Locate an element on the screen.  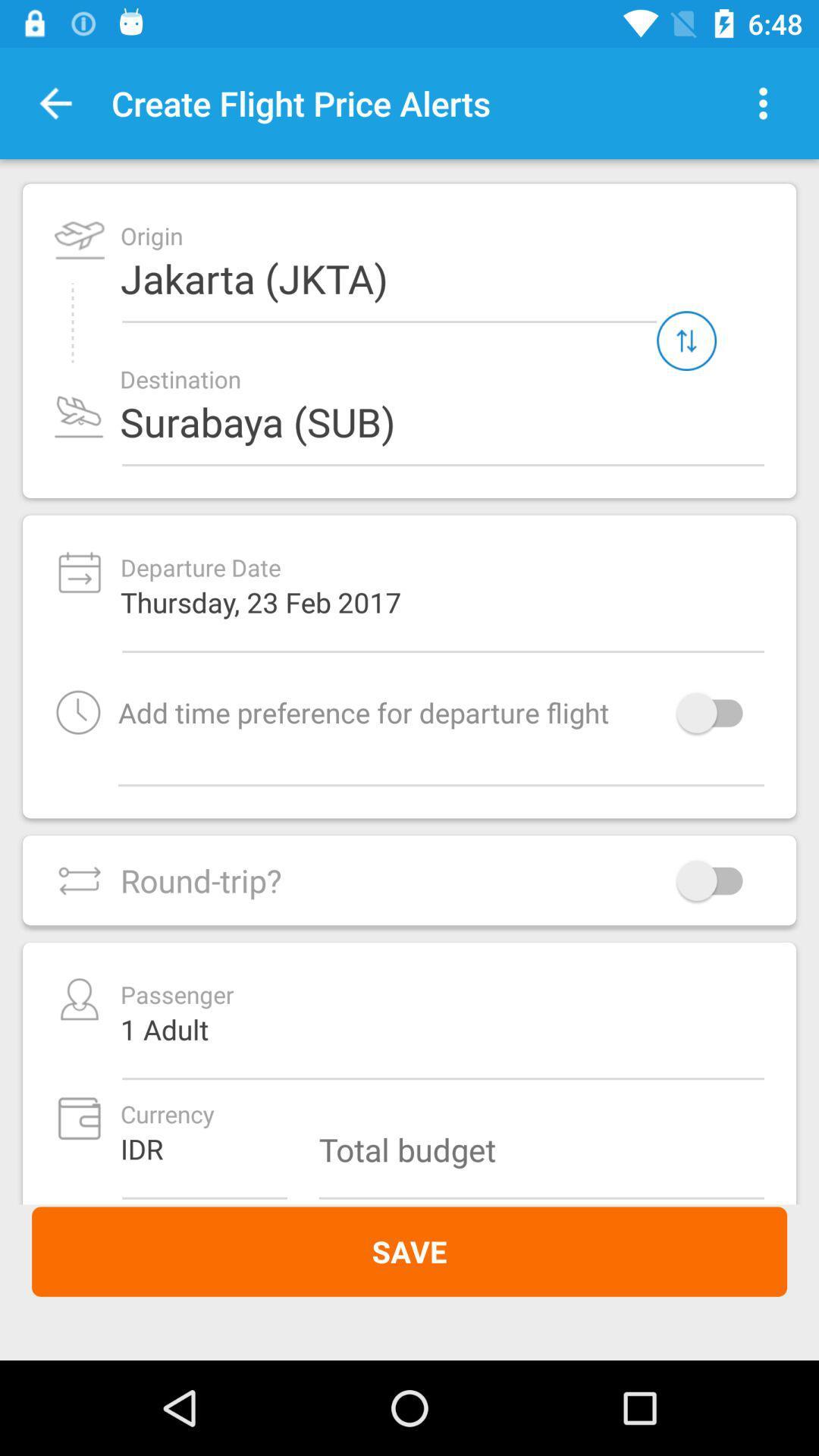
the item next to create flight price item is located at coordinates (763, 102).